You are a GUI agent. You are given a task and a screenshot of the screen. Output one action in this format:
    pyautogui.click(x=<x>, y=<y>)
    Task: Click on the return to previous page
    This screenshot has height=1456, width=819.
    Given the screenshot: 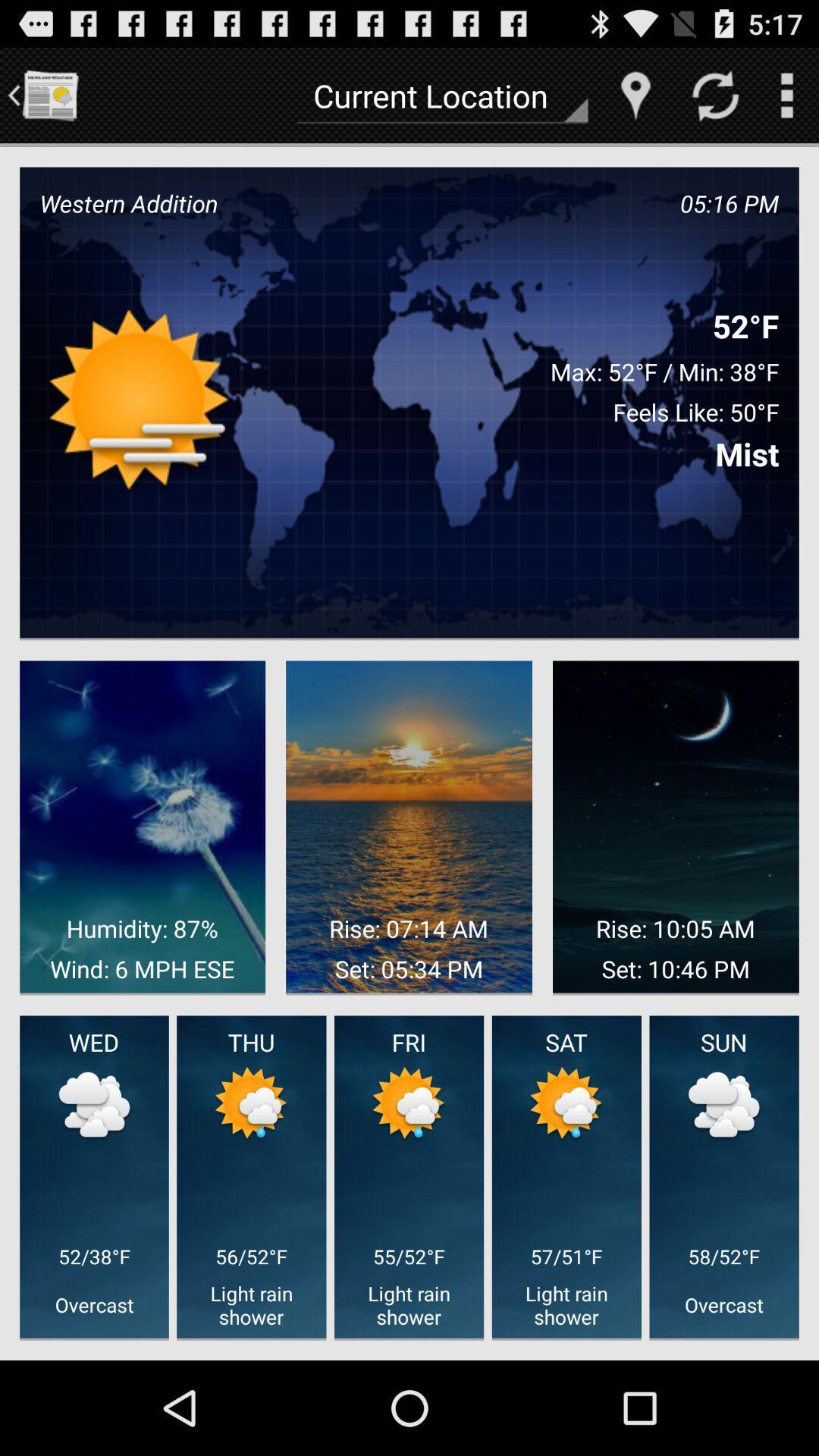 What is the action you would take?
    pyautogui.click(x=49, y=94)
    